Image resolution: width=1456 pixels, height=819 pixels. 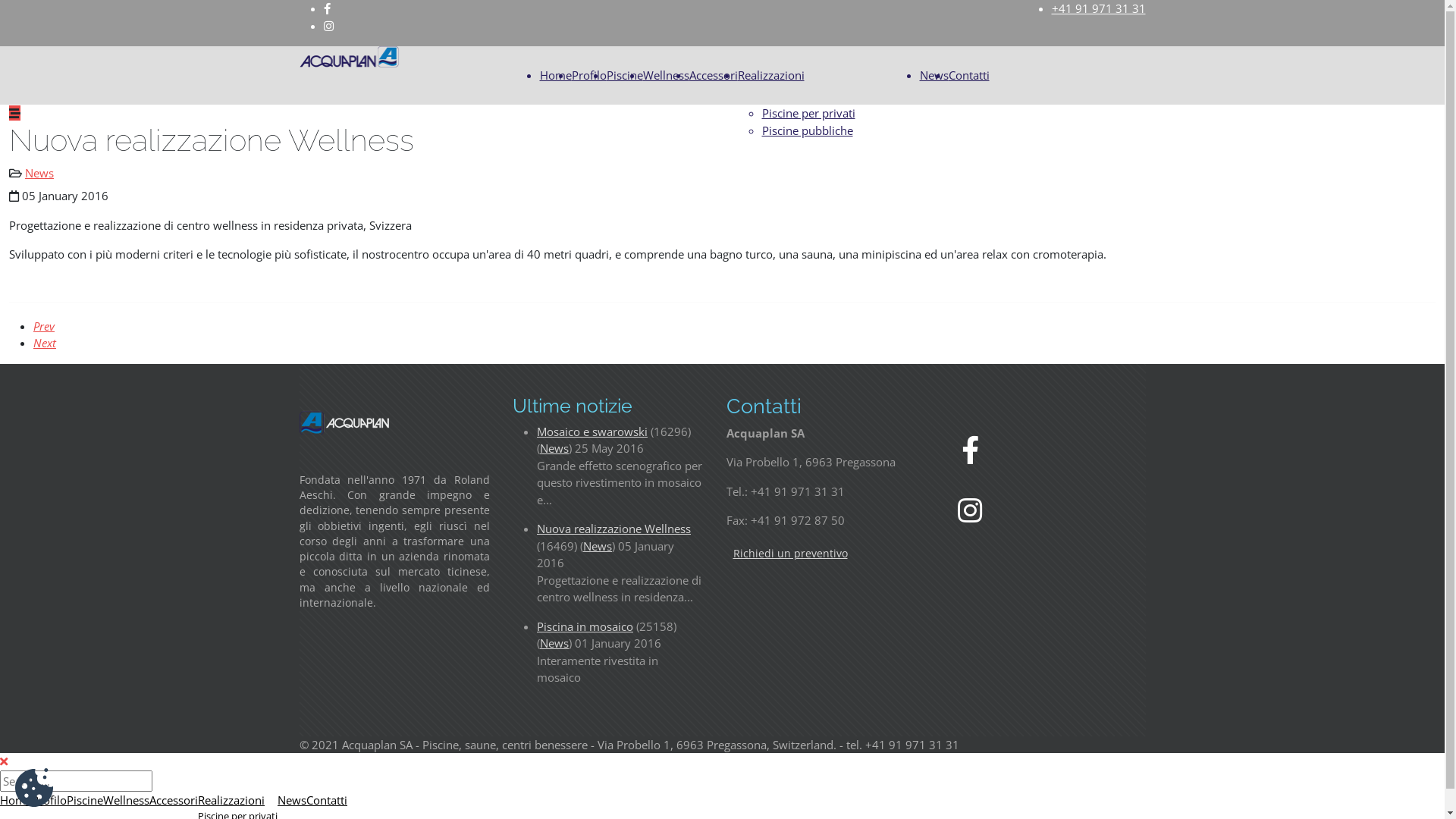 I want to click on 'Prev', so click(x=43, y=325).